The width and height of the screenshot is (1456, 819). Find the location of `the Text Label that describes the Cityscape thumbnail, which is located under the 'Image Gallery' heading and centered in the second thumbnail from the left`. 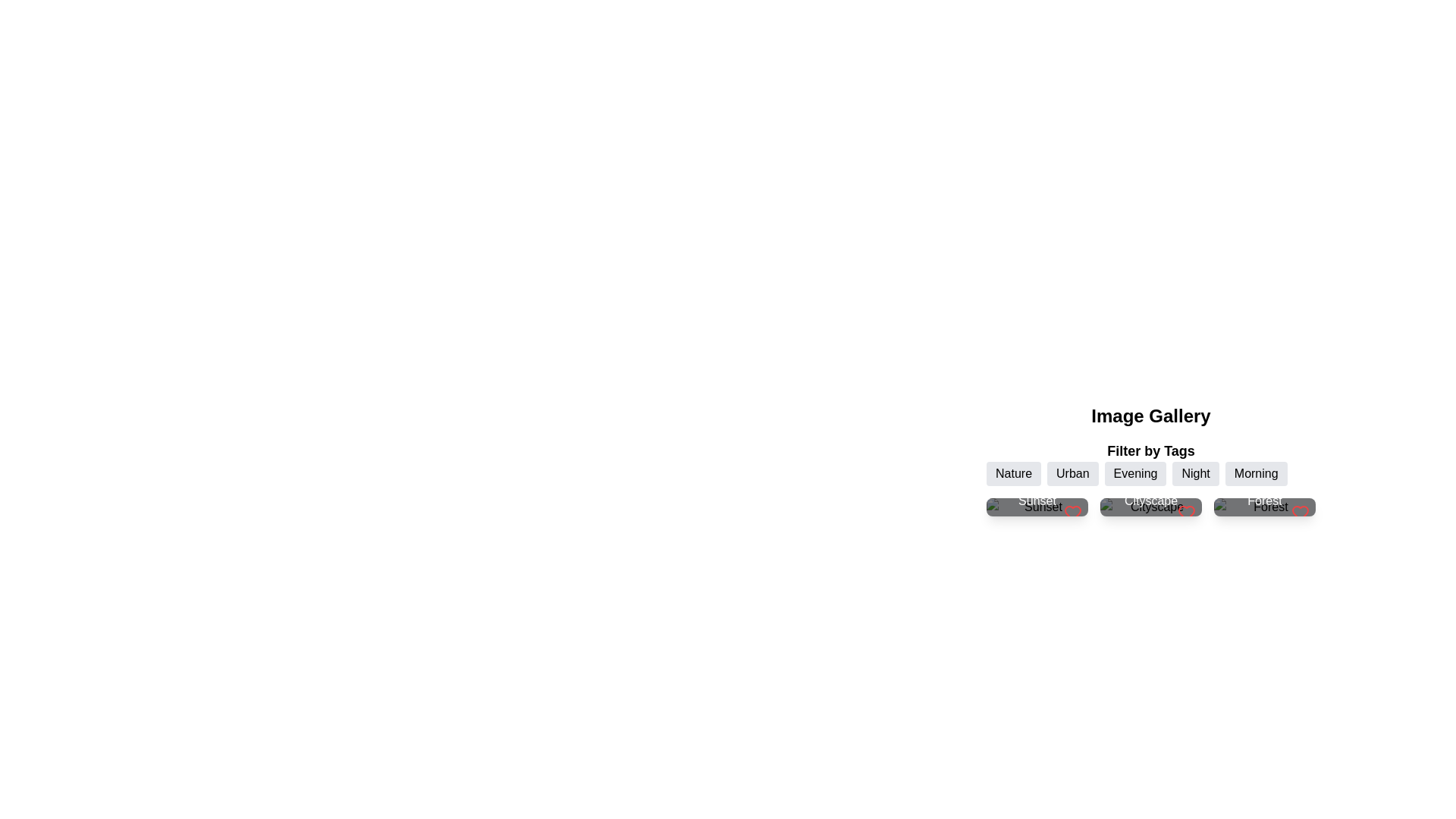

the Text Label that describes the Cityscape thumbnail, which is located under the 'Image Gallery' heading and centered in the second thumbnail from the left is located at coordinates (1150, 500).